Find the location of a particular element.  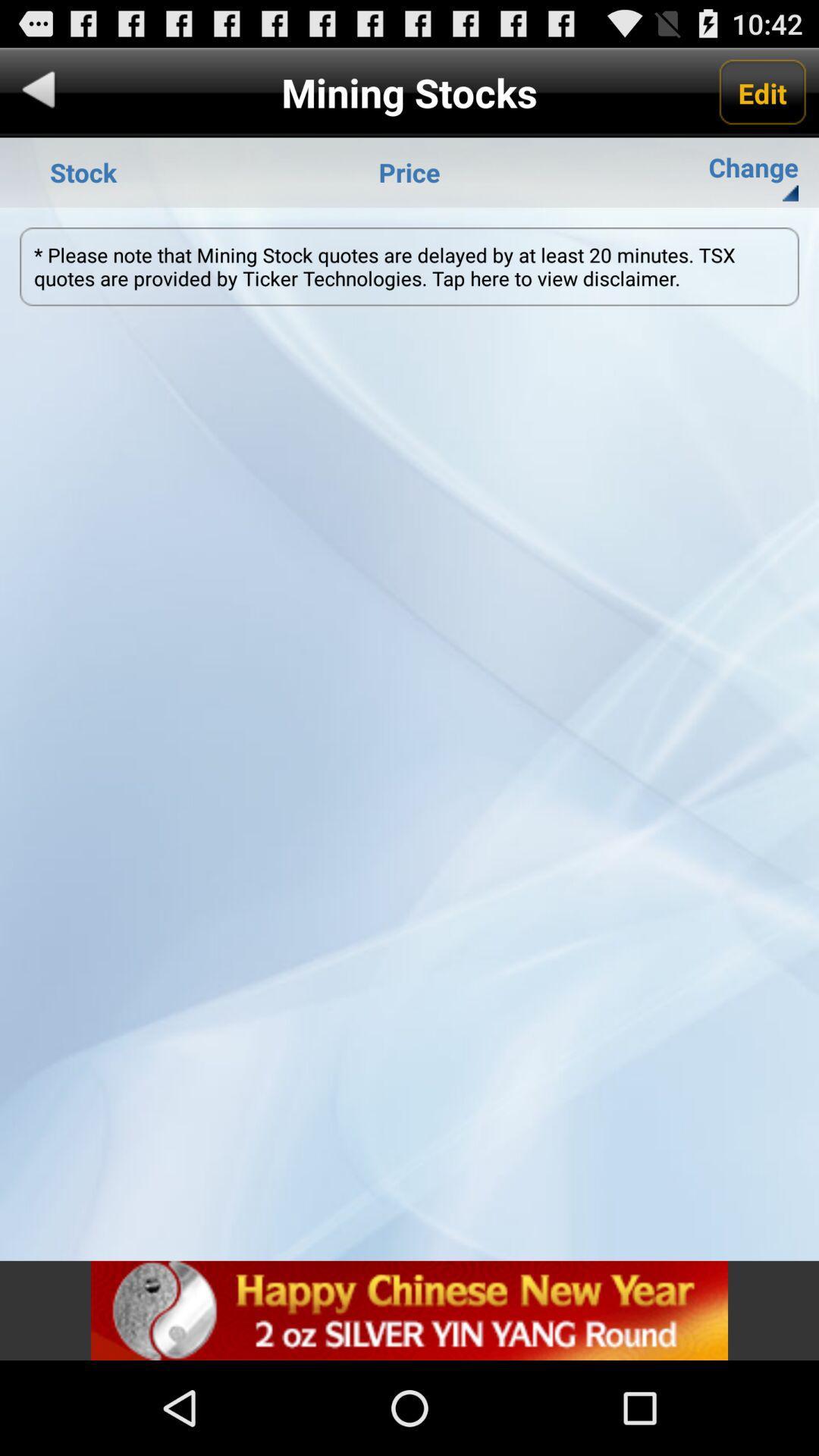

previous is located at coordinates (38, 92).